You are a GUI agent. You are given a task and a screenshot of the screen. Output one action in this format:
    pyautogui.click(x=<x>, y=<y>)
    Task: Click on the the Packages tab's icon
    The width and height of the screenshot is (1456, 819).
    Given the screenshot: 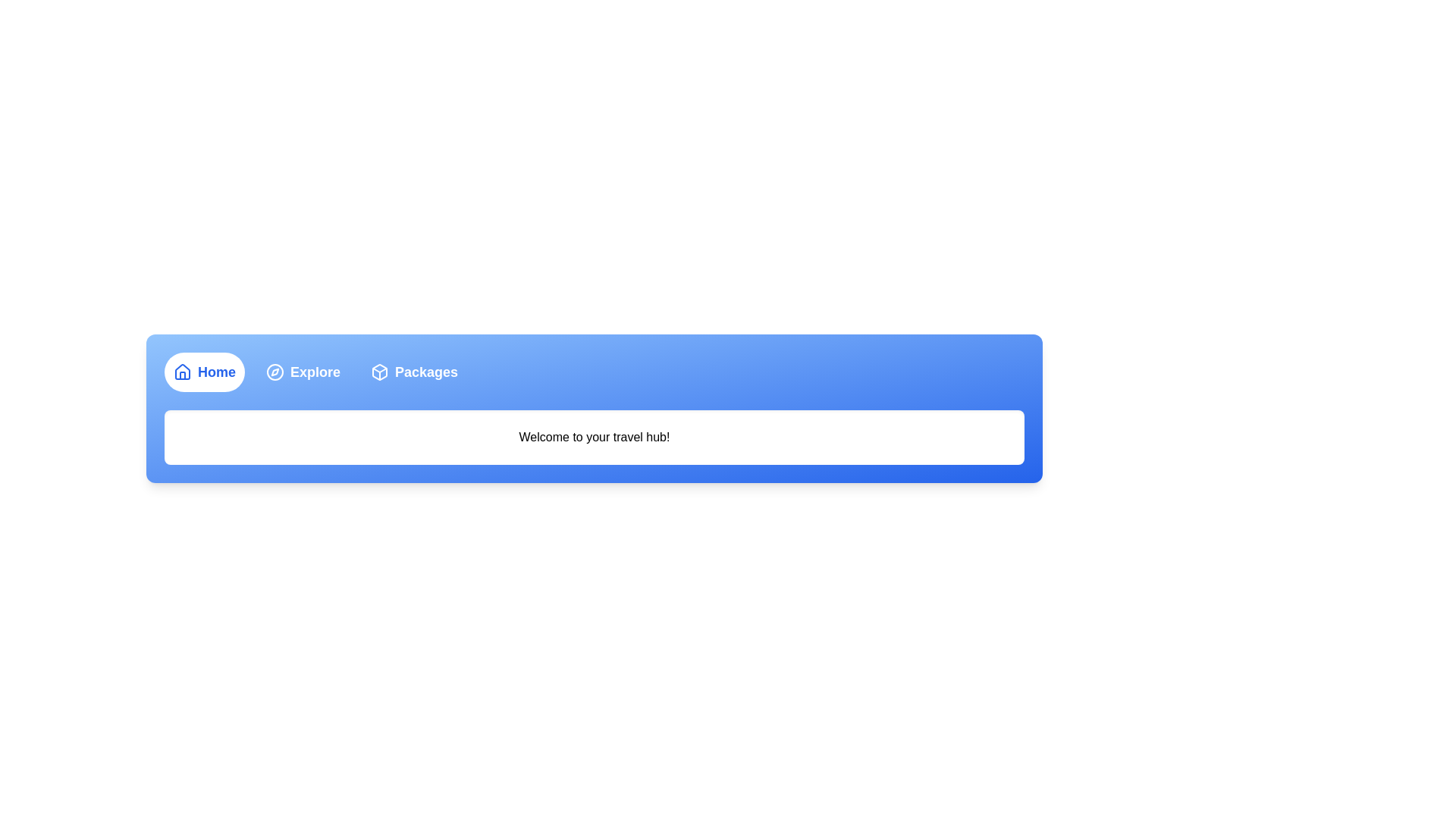 What is the action you would take?
    pyautogui.click(x=379, y=372)
    